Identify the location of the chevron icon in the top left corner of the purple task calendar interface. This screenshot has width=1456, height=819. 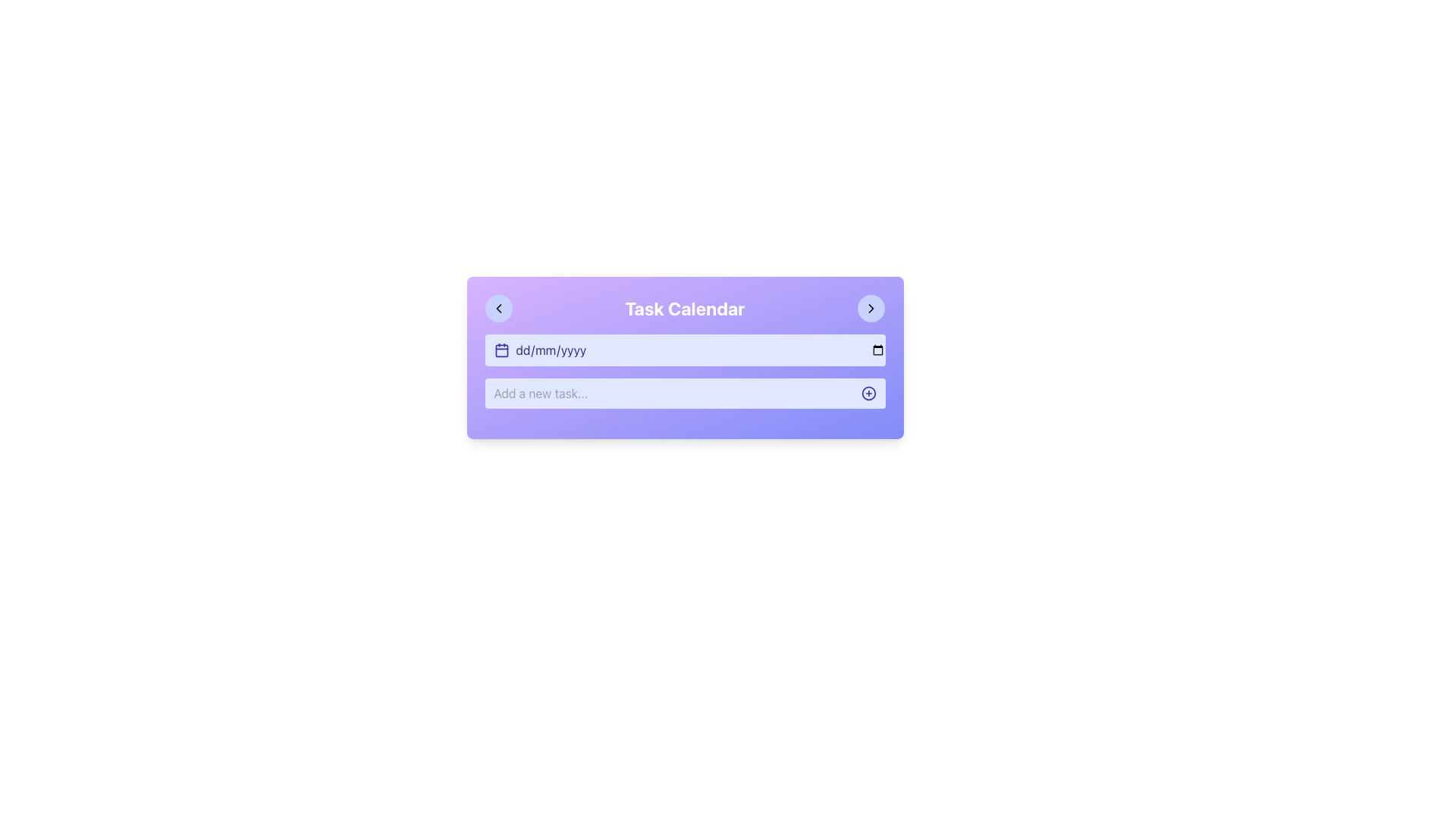
(498, 308).